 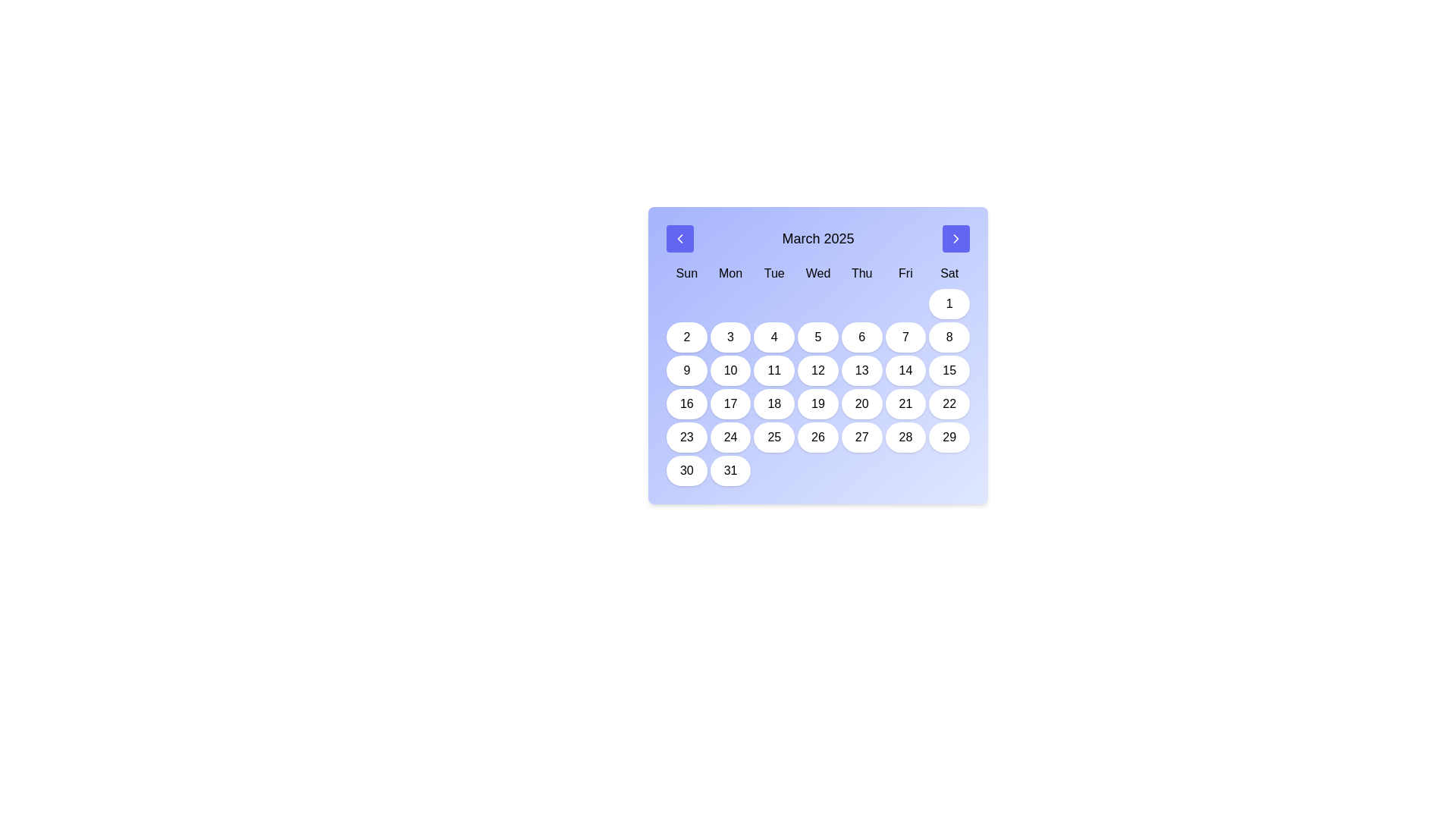 What do you see at coordinates (774, 371) in the screenshot?
I see `the button representing the day of the month in the calendar view located in the third row and third column of the grid layout` at bounding box center [774, 371].